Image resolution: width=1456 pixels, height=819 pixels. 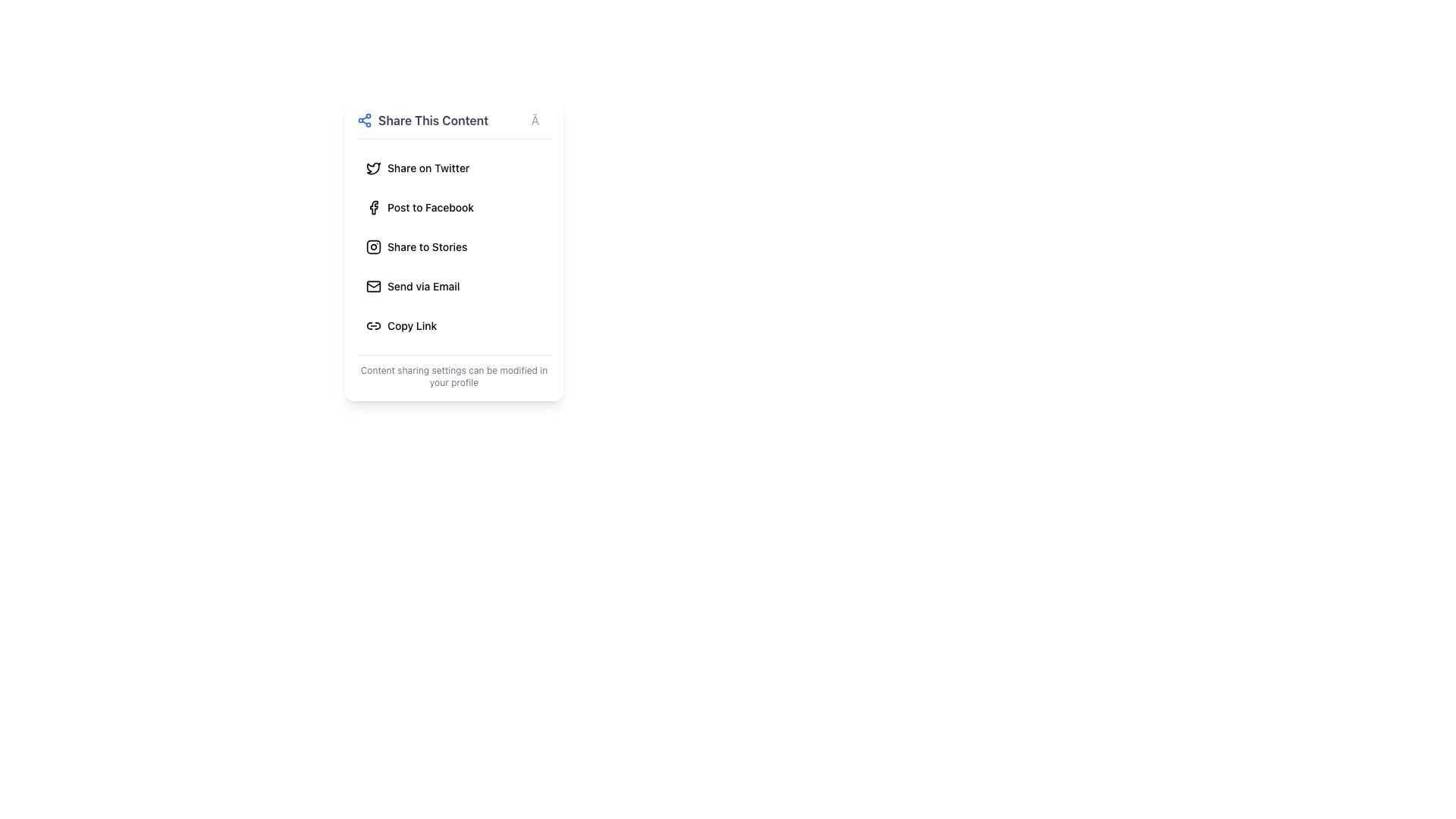 I want to click on the Facebook sharing icon, which is the second element in the vertical list of sharing options, located below the Twitter option and above the Stories option, so click(x=374, y=207).